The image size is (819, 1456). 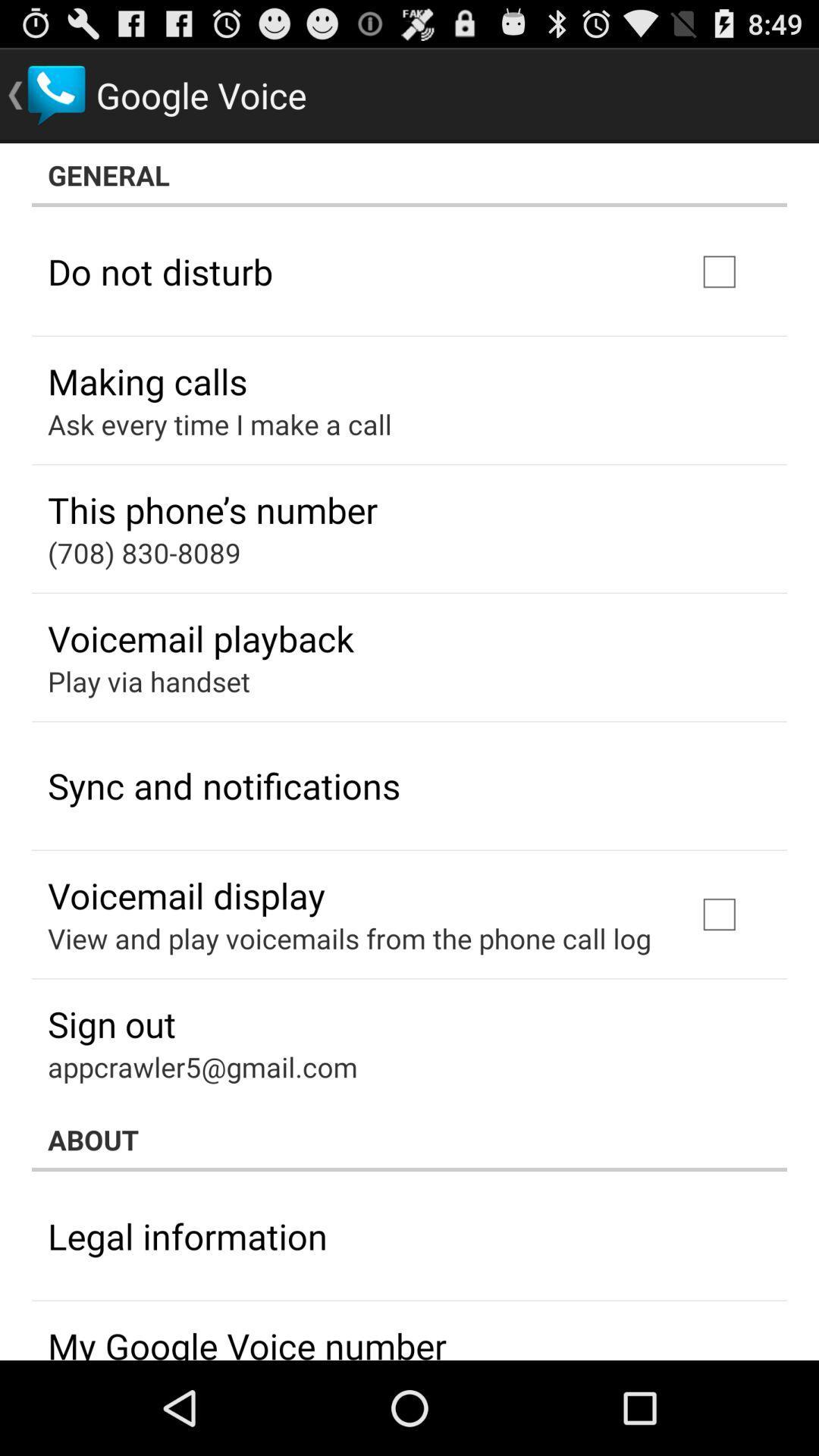 I want to click on the app below making calls app, so click(x=219, y=424).